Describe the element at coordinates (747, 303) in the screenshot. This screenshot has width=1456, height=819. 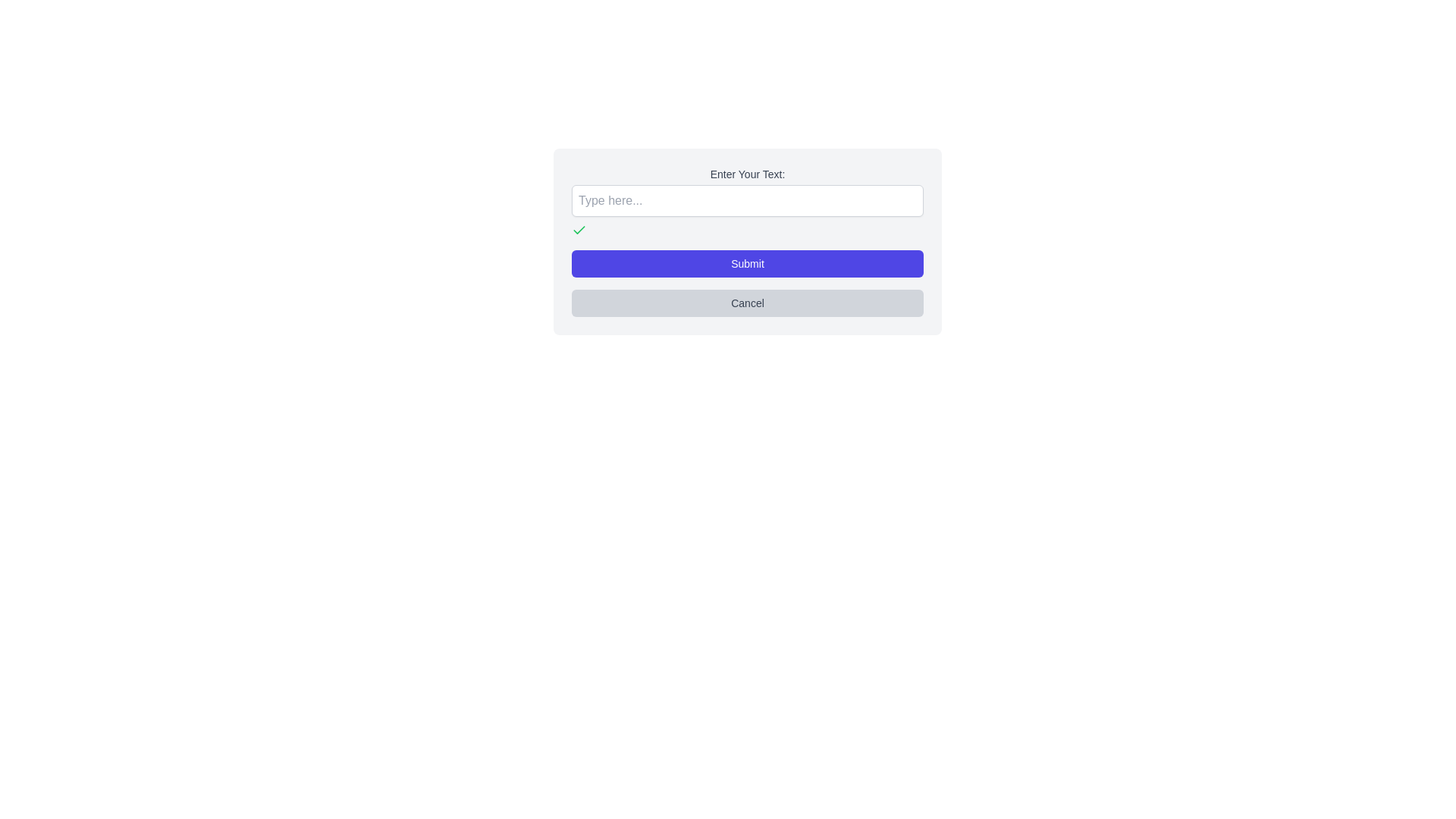
I see `the 'Cancel' button, which is a rectangular button with a light gray background and rounded corners, located below the 'Submit' button` at that location.